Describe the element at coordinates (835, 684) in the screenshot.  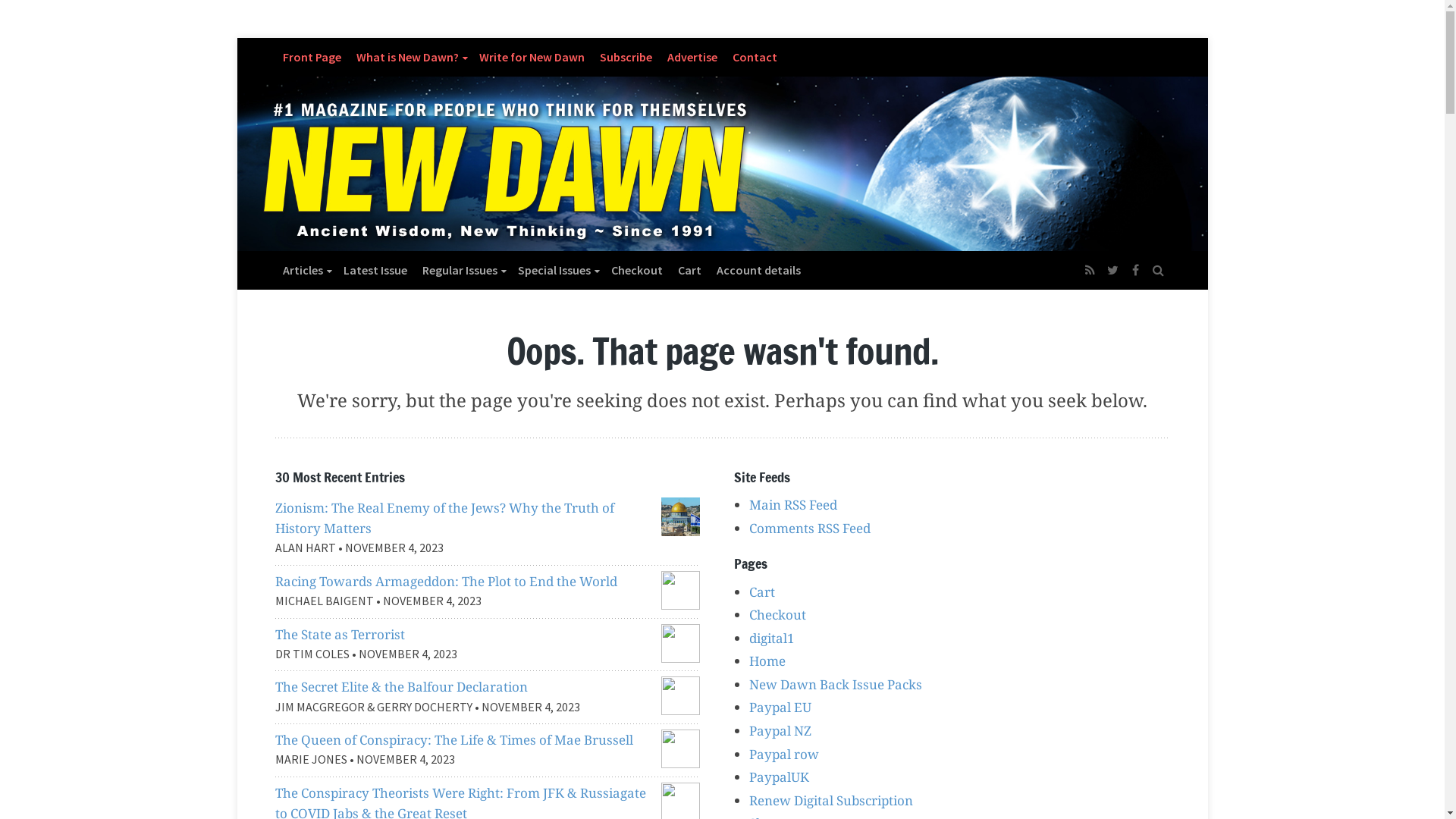
I see `'New Dawn Back Issue Packs'` at that location.